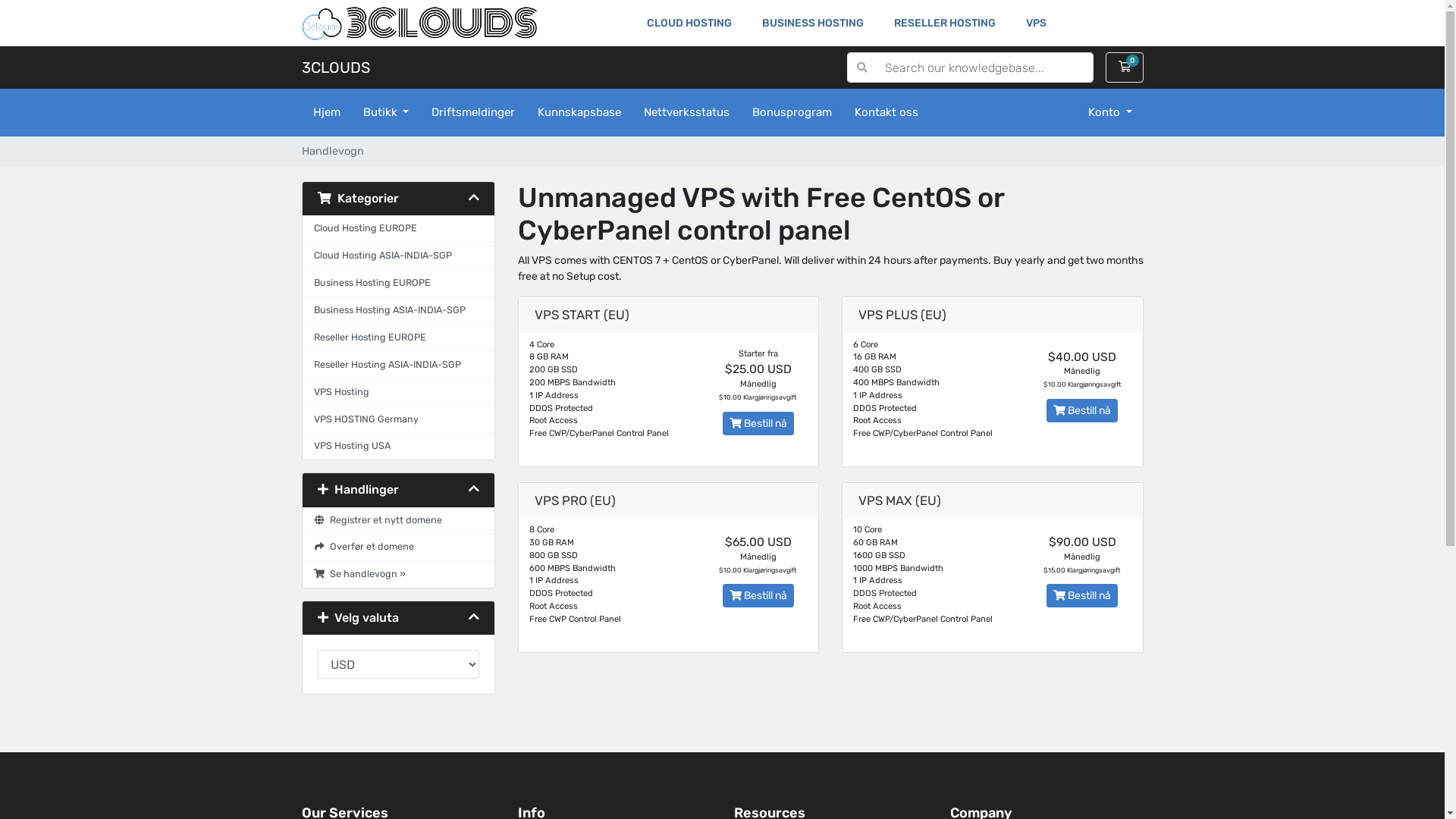 This screenshot has width=1456, height=819. Describe the element at coordinates (1125, 66) in the screenshot. I see `'0` at that location.